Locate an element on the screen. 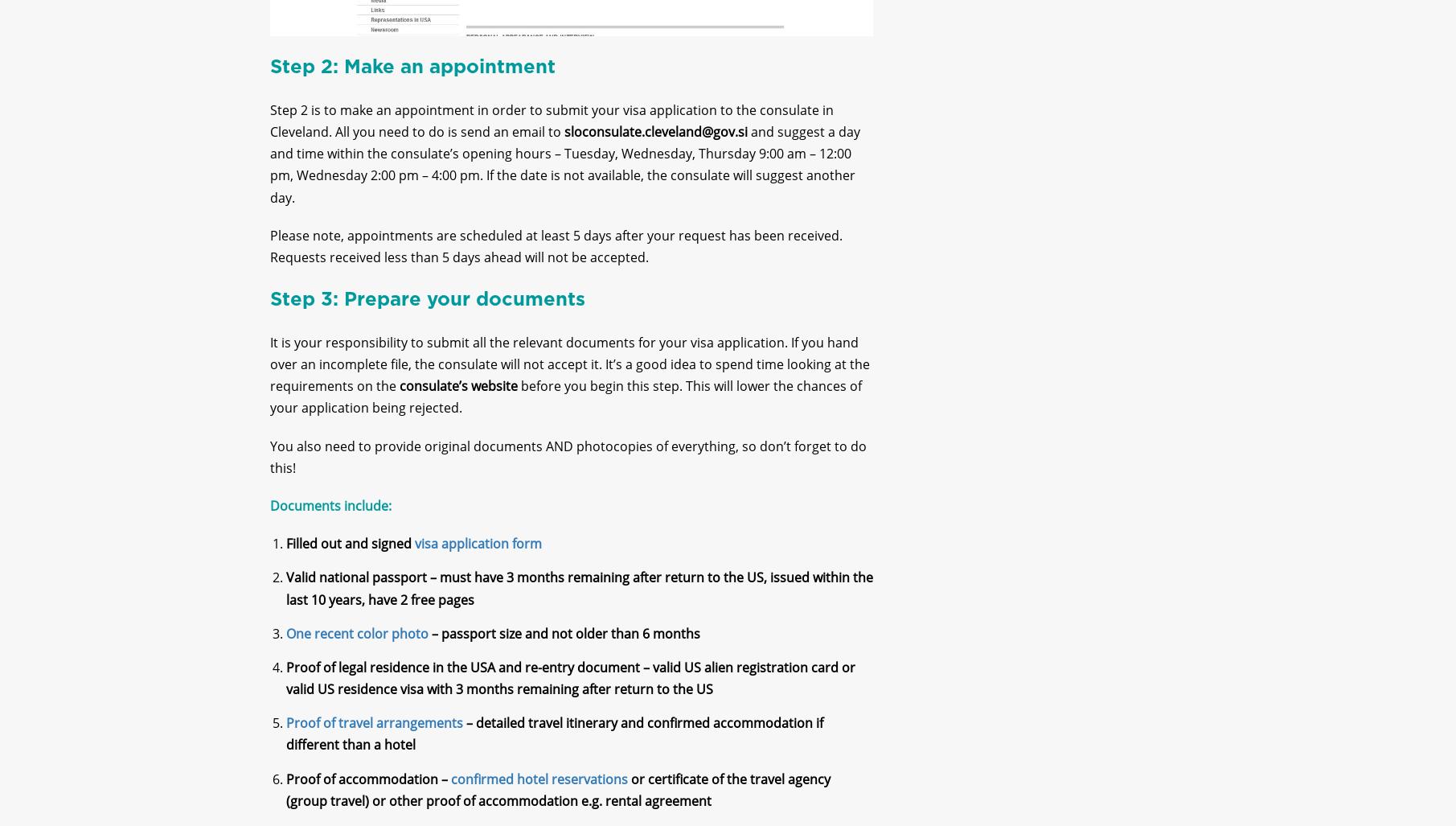 This screenshot has height=826, width=1456. 'visa application form' is located at coordinates (477, 557).